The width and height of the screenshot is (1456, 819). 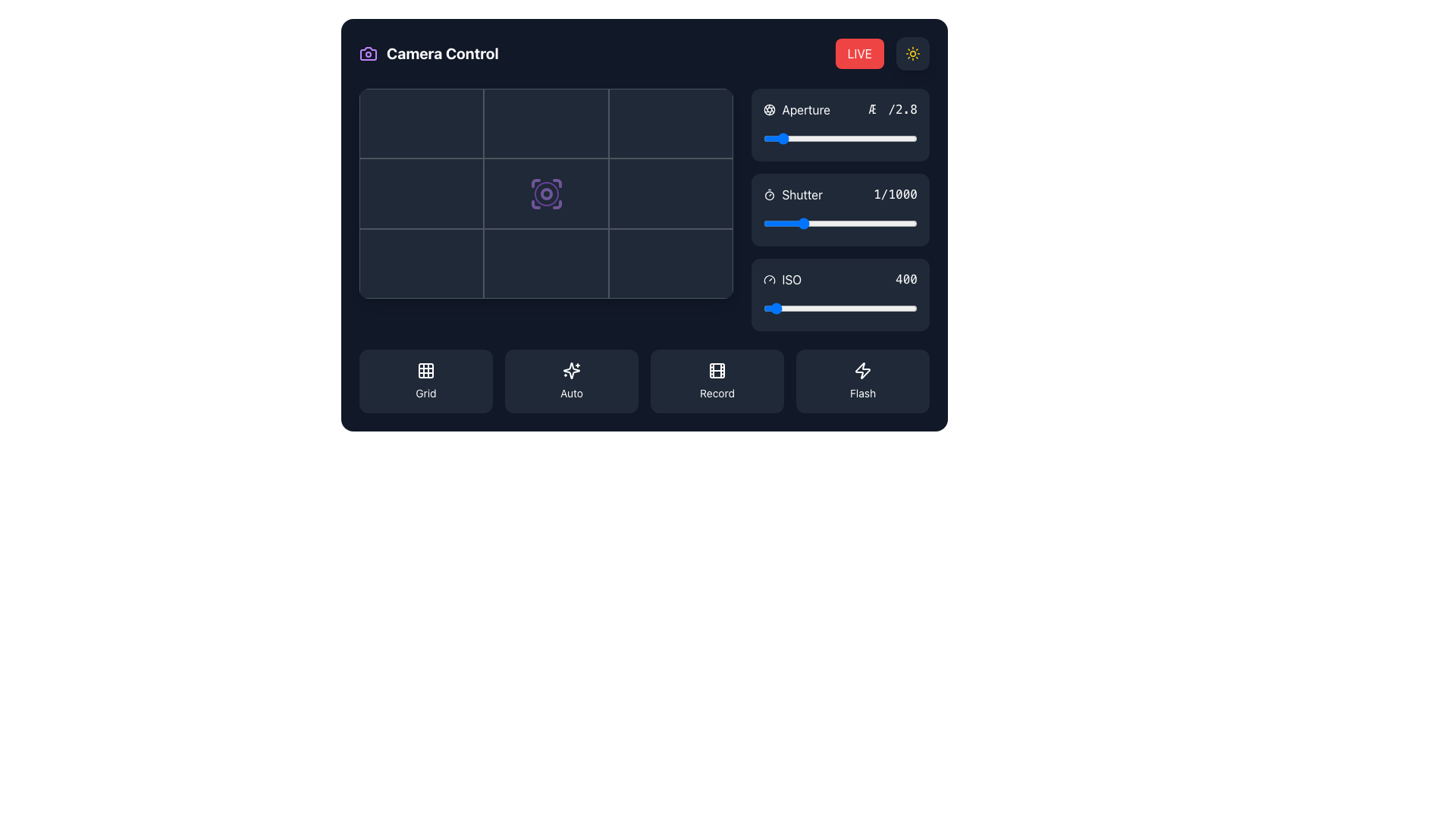 What do you see at coordinates (716, 393) in the screenshot?
I see `the text label containing the word 'Record', which is styled in white against a dark background and located at the bottom of a grid-based control layout as the third button from the left` at bounding box center [716, 393].